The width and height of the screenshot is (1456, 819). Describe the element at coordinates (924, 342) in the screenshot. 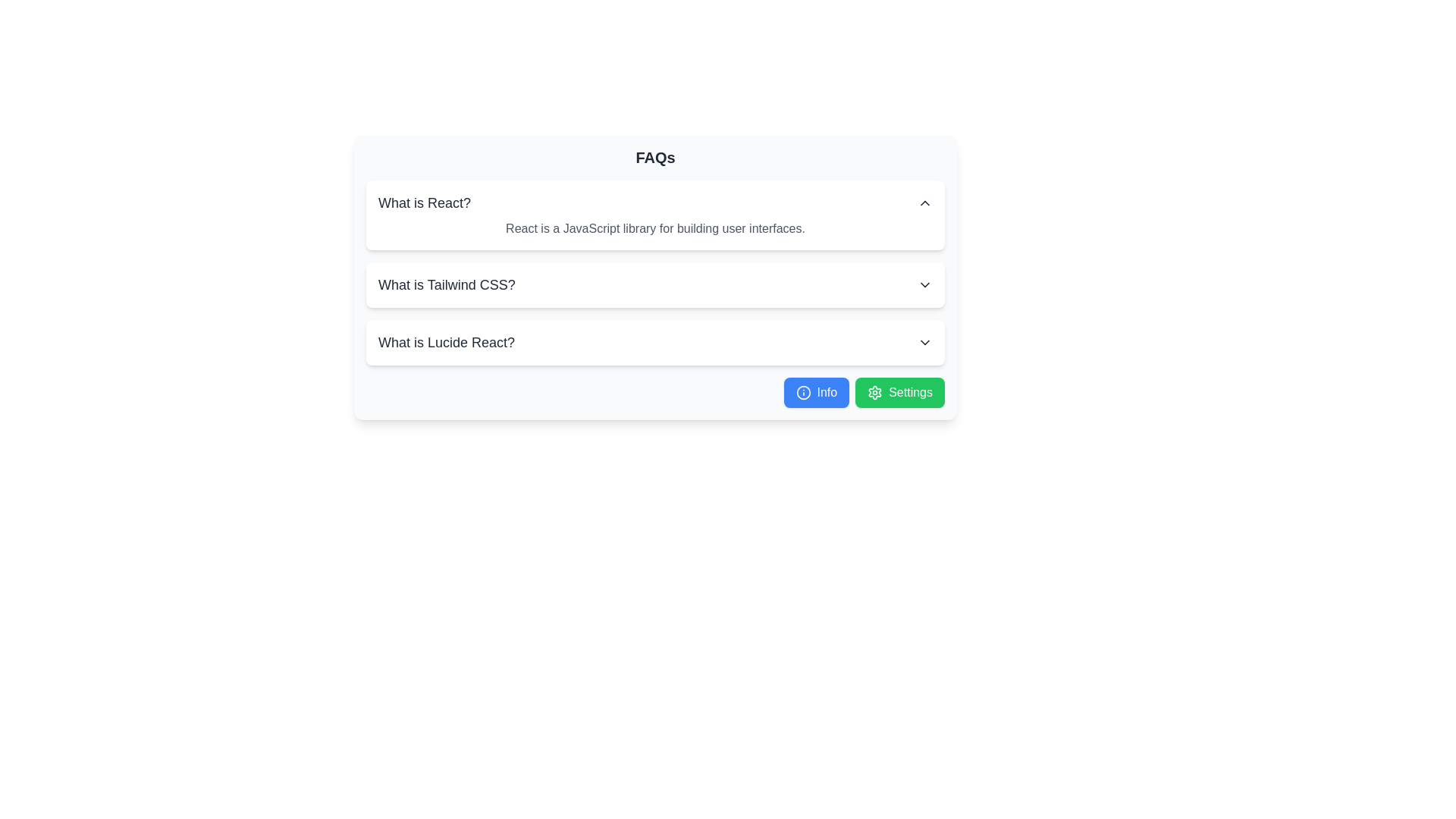

I see `the gray downward-pointing chevron icon next to the 'What is Lucide React?' text in the collapsible FAQ item` at that location.